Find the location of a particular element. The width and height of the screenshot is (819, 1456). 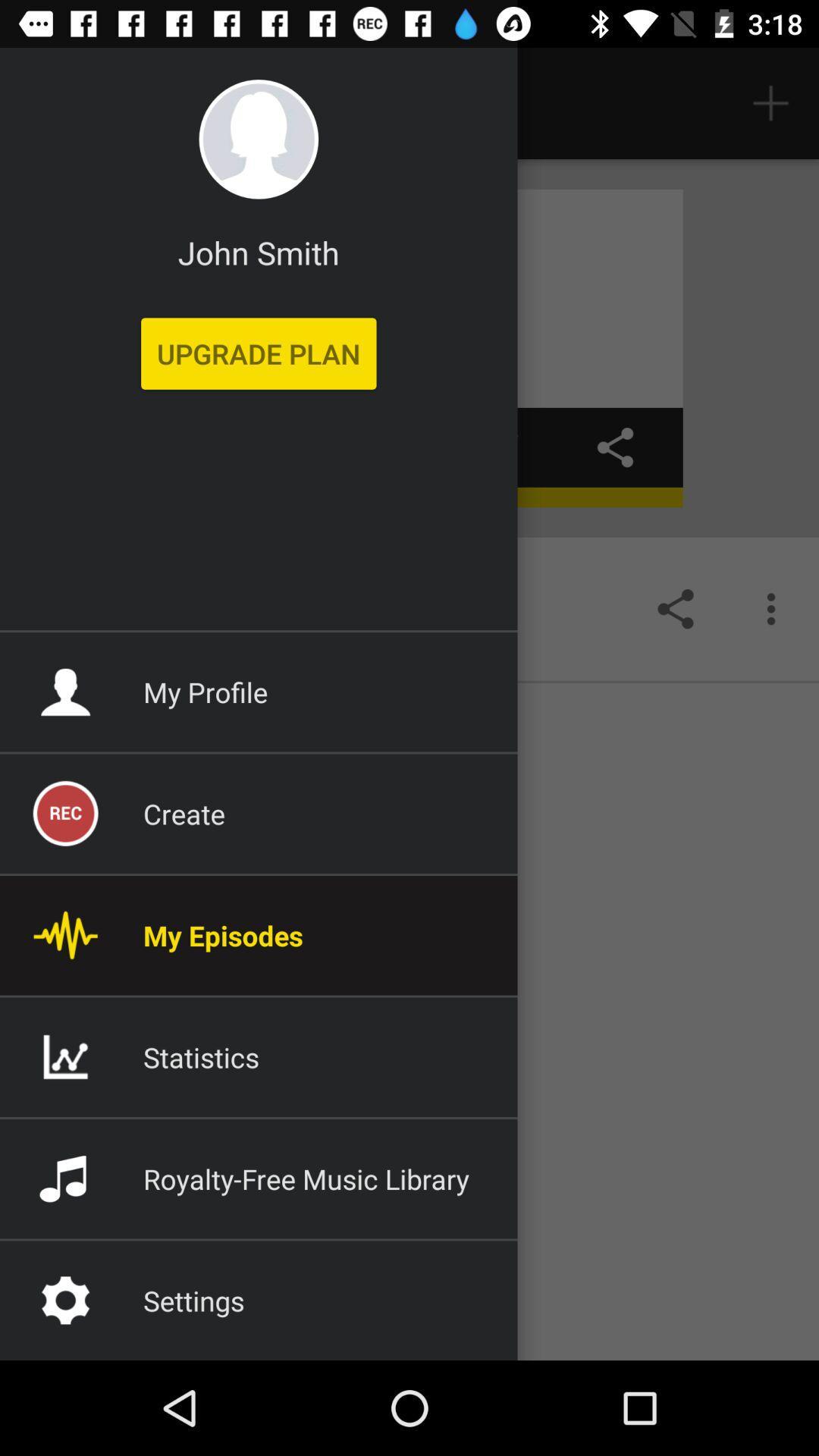

move to icon which is above the john smith is located at coordinates (258, 139).